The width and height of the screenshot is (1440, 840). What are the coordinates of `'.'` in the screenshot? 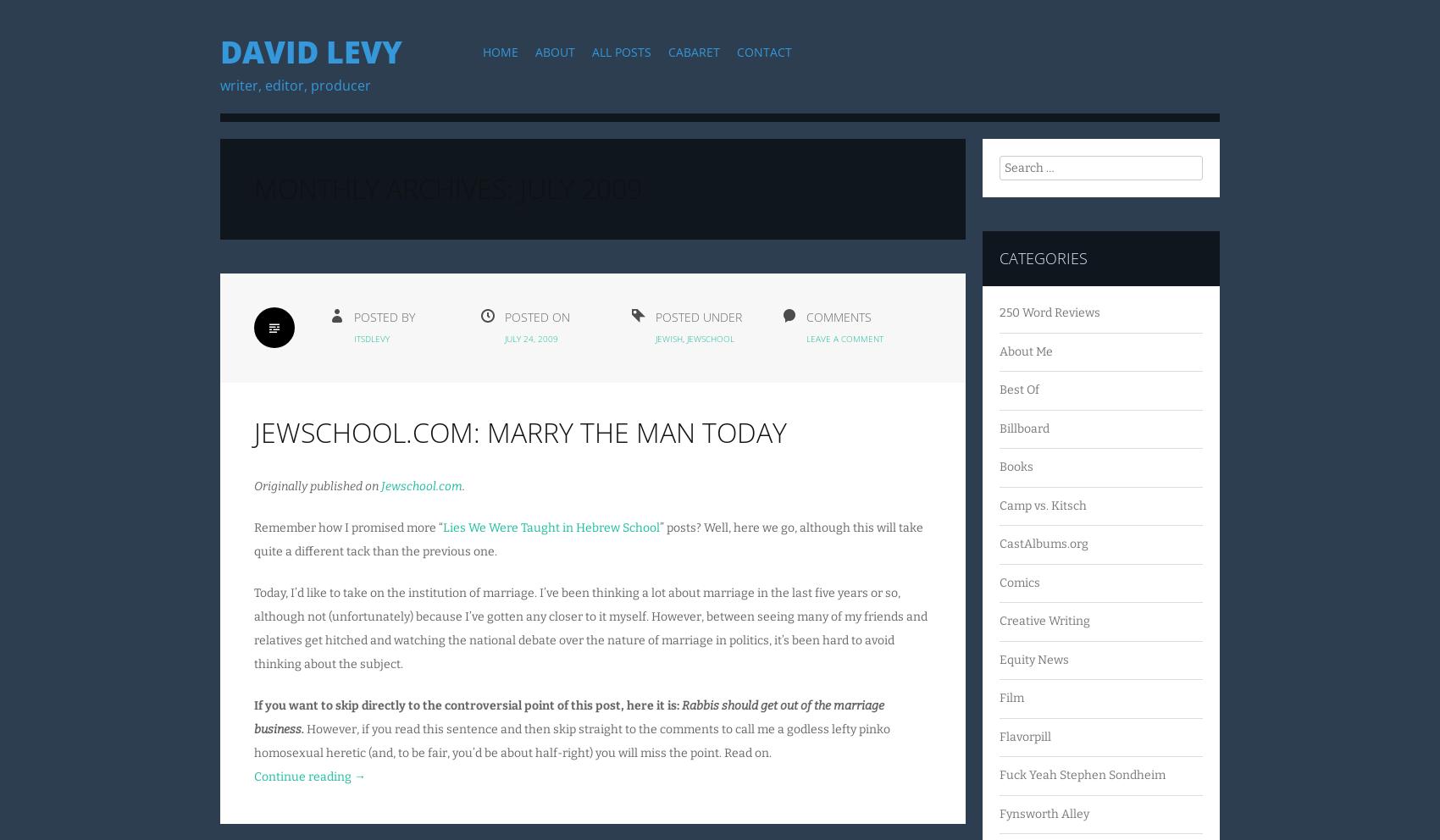 It's located at (462, 485).